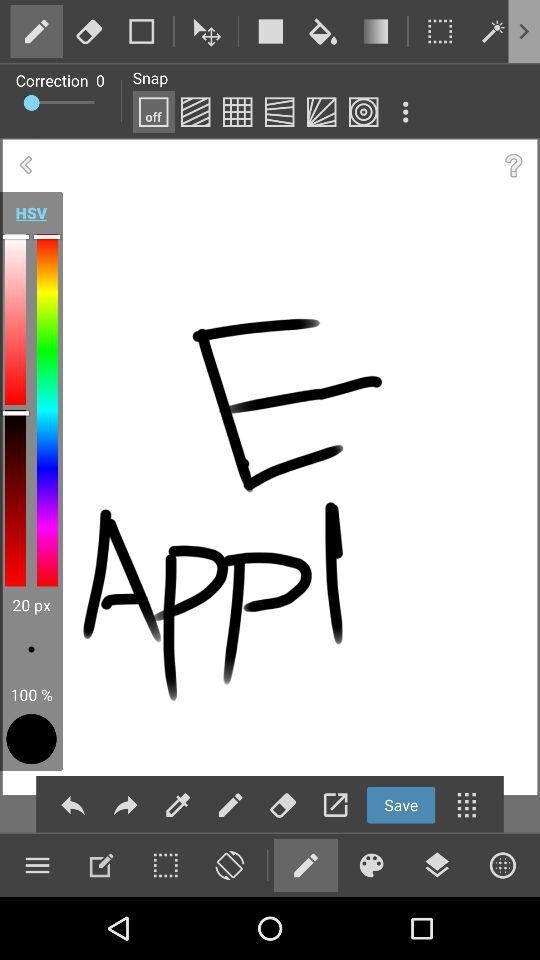 Image resolution: width=540 pixels, height=960 pixels. What do you see at coordinates (405, 112) in the screenshot?
I see `the more icon` at bounding box center [405, 112].